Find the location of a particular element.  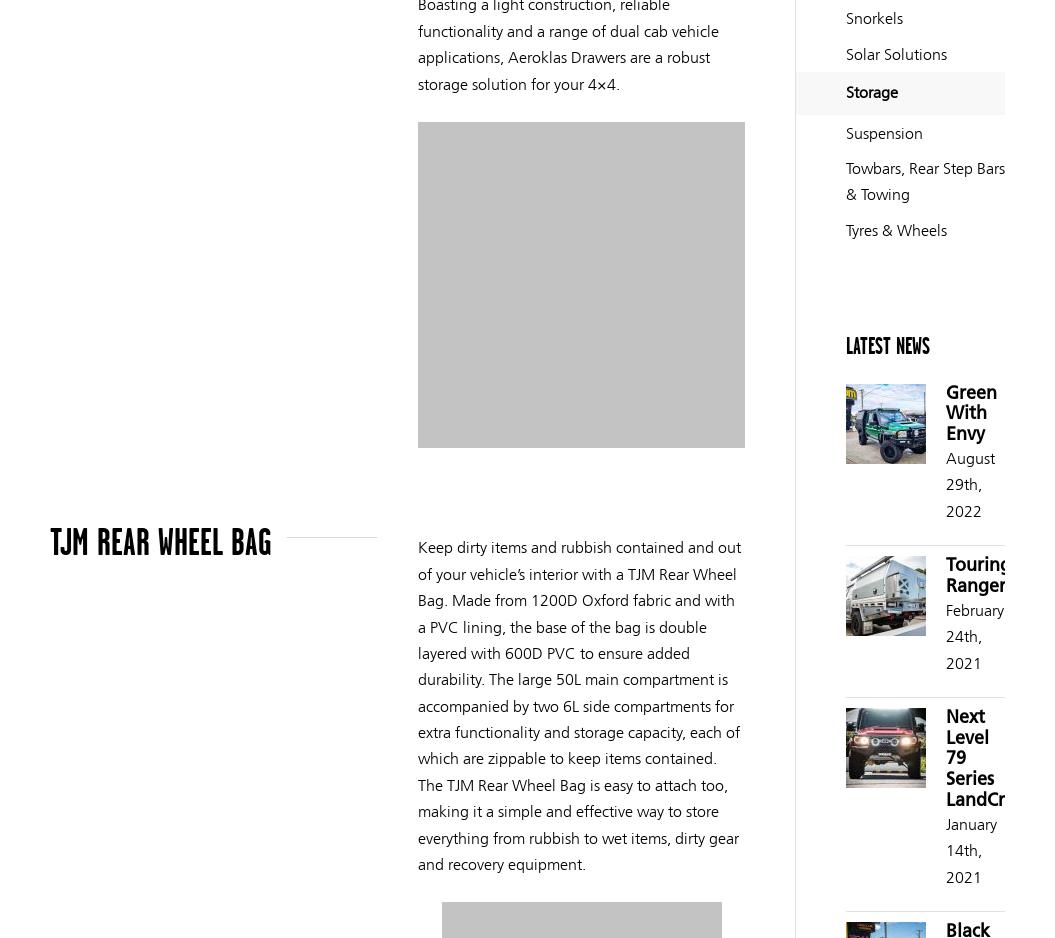

'Solar Solutions' is located at coordinates (844, 52).